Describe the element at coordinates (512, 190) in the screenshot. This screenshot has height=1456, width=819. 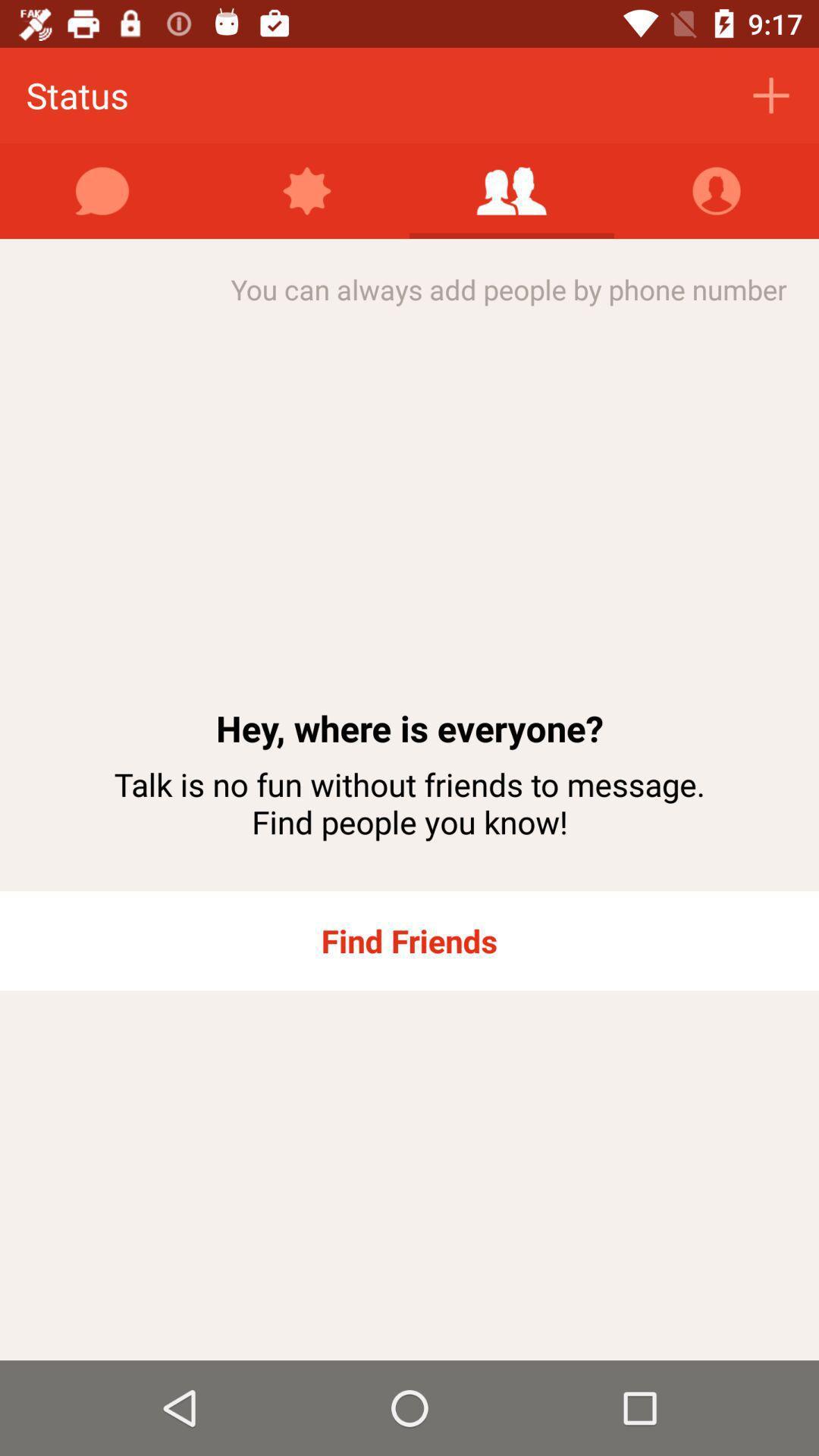
I see `the group icon` at that location.